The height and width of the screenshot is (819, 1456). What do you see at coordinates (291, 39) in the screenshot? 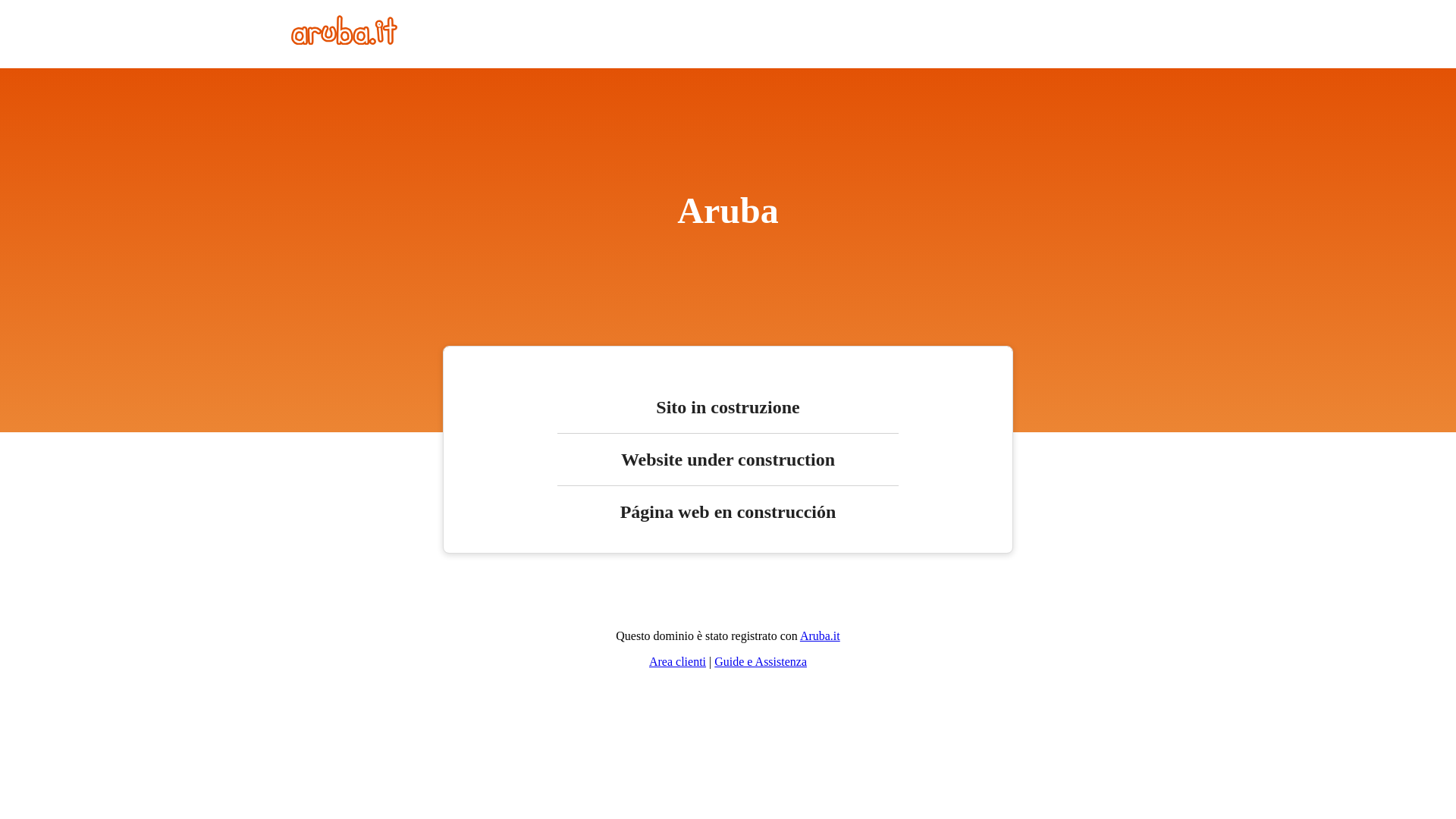
I see `'Home'` at bounding box center [291, 39].